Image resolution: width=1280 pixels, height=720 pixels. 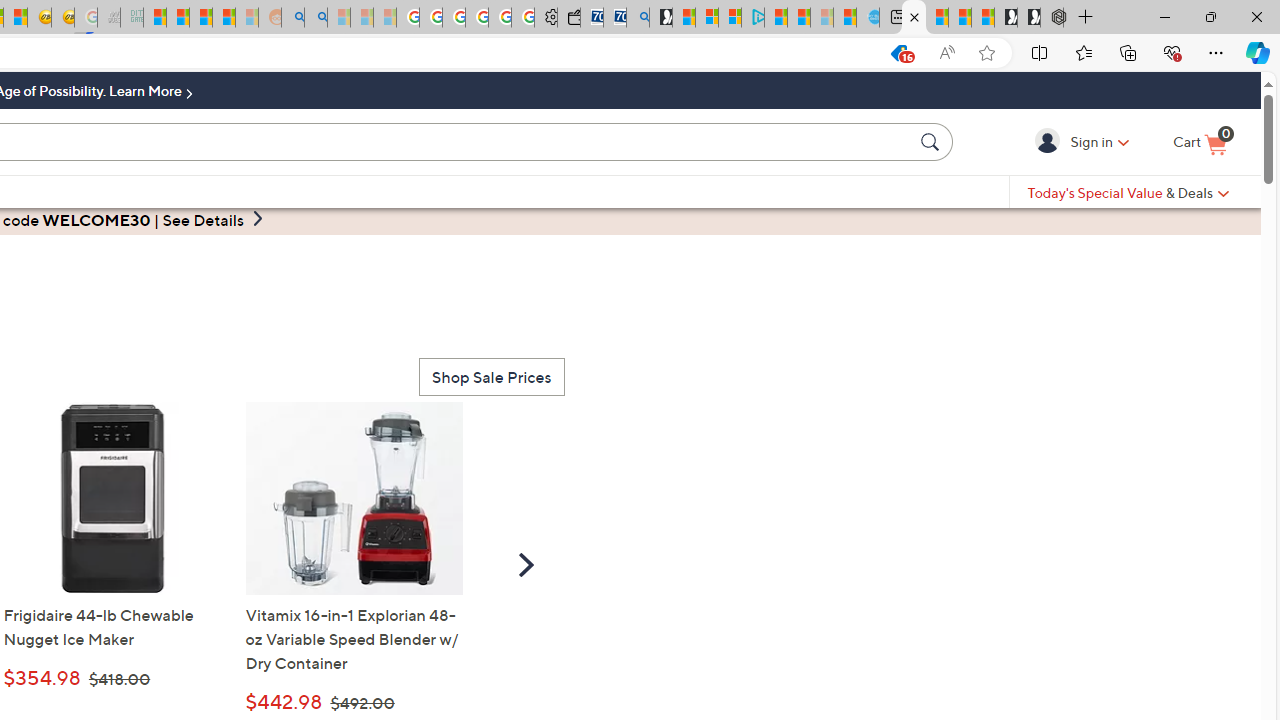 I want to click on ' Frigidaire 44-lb Chewable Nugget Ice Maker - K86274', so click(x=111, y=497).